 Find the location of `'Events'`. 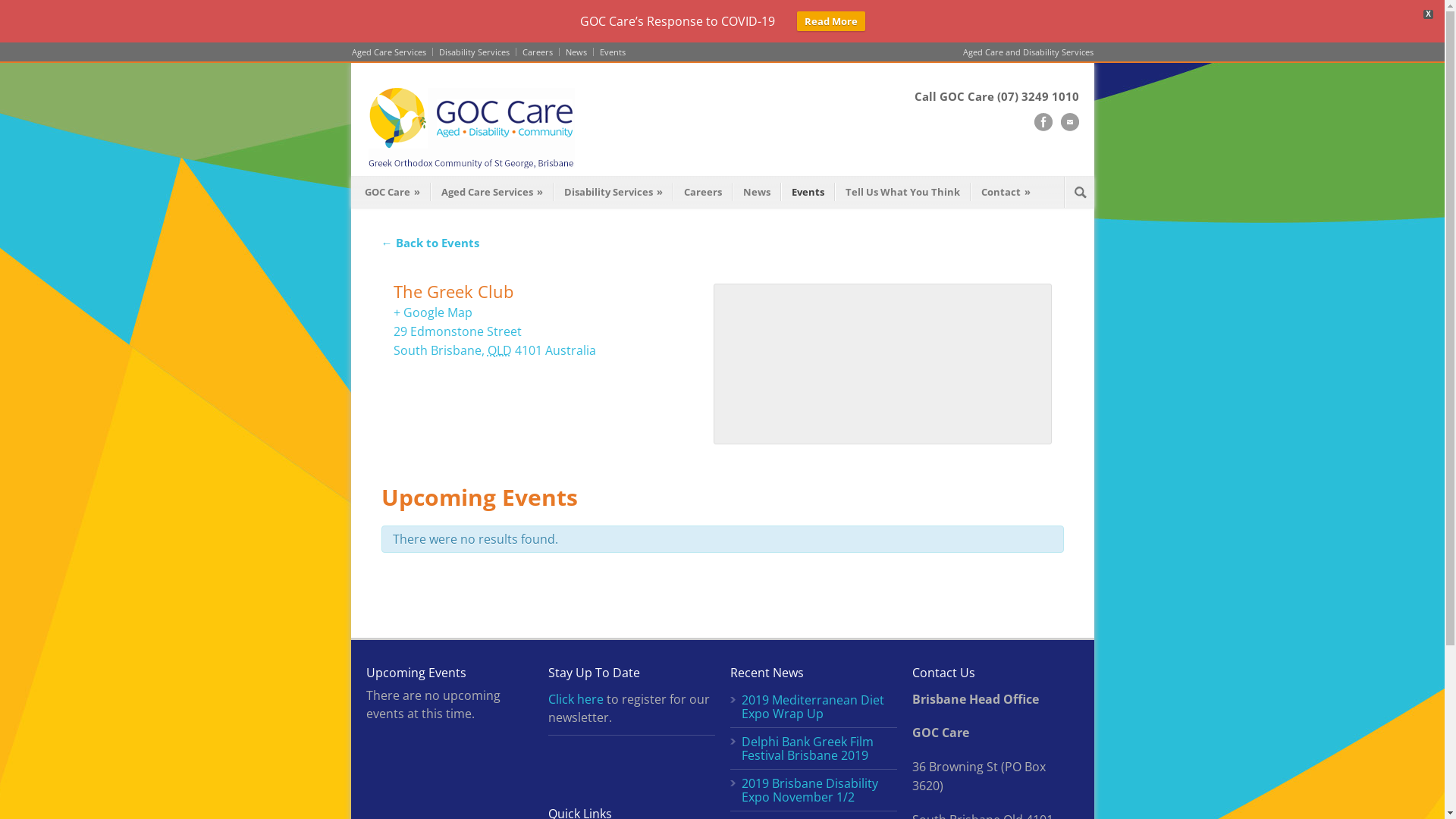

'Events' is located at coordinates (608, 51).